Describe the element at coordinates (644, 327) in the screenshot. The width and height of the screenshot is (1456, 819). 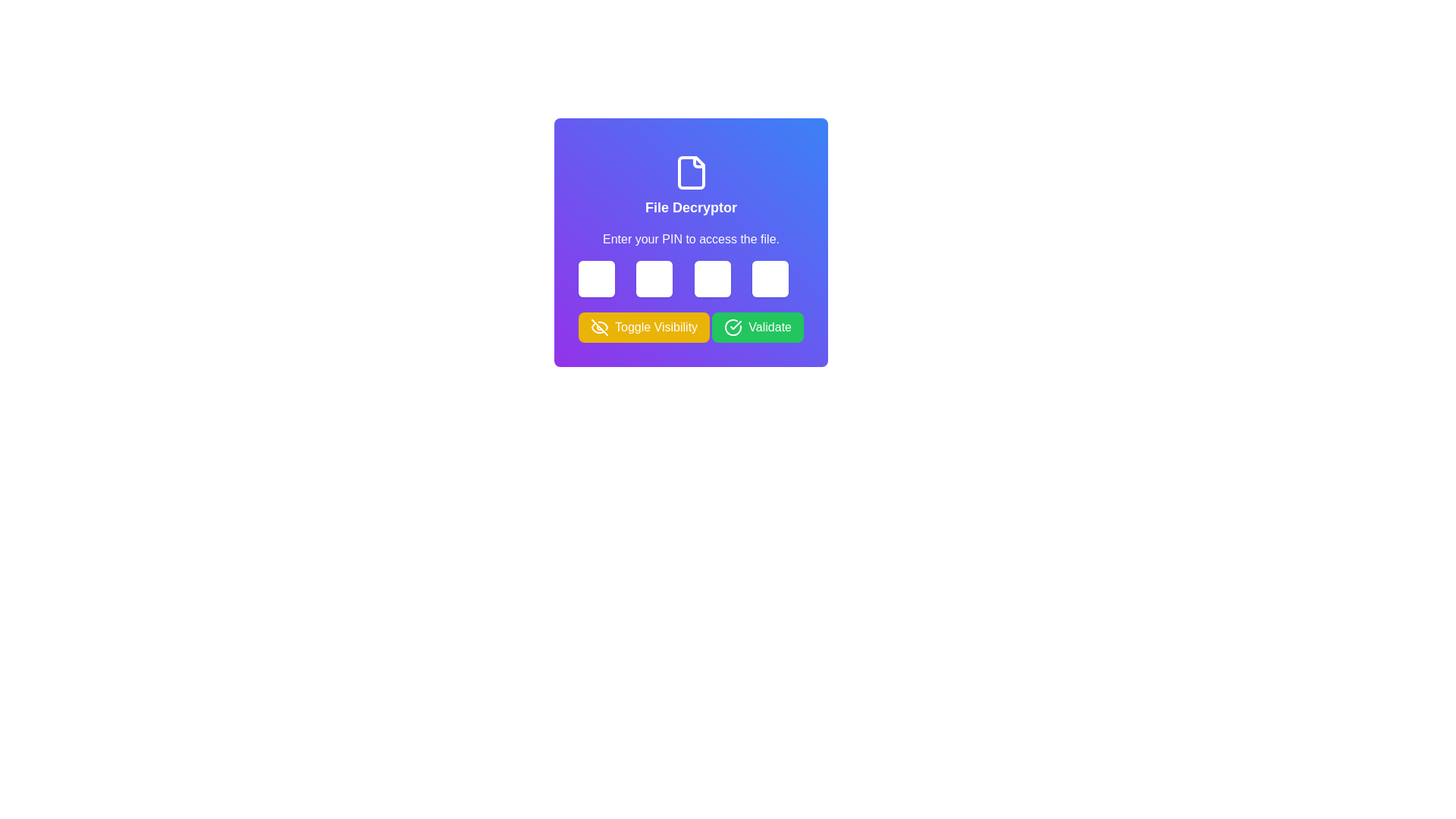
I see `the keyboard navigation on the visibility toggle button located in the 'File Decryptor' panel` at that location.